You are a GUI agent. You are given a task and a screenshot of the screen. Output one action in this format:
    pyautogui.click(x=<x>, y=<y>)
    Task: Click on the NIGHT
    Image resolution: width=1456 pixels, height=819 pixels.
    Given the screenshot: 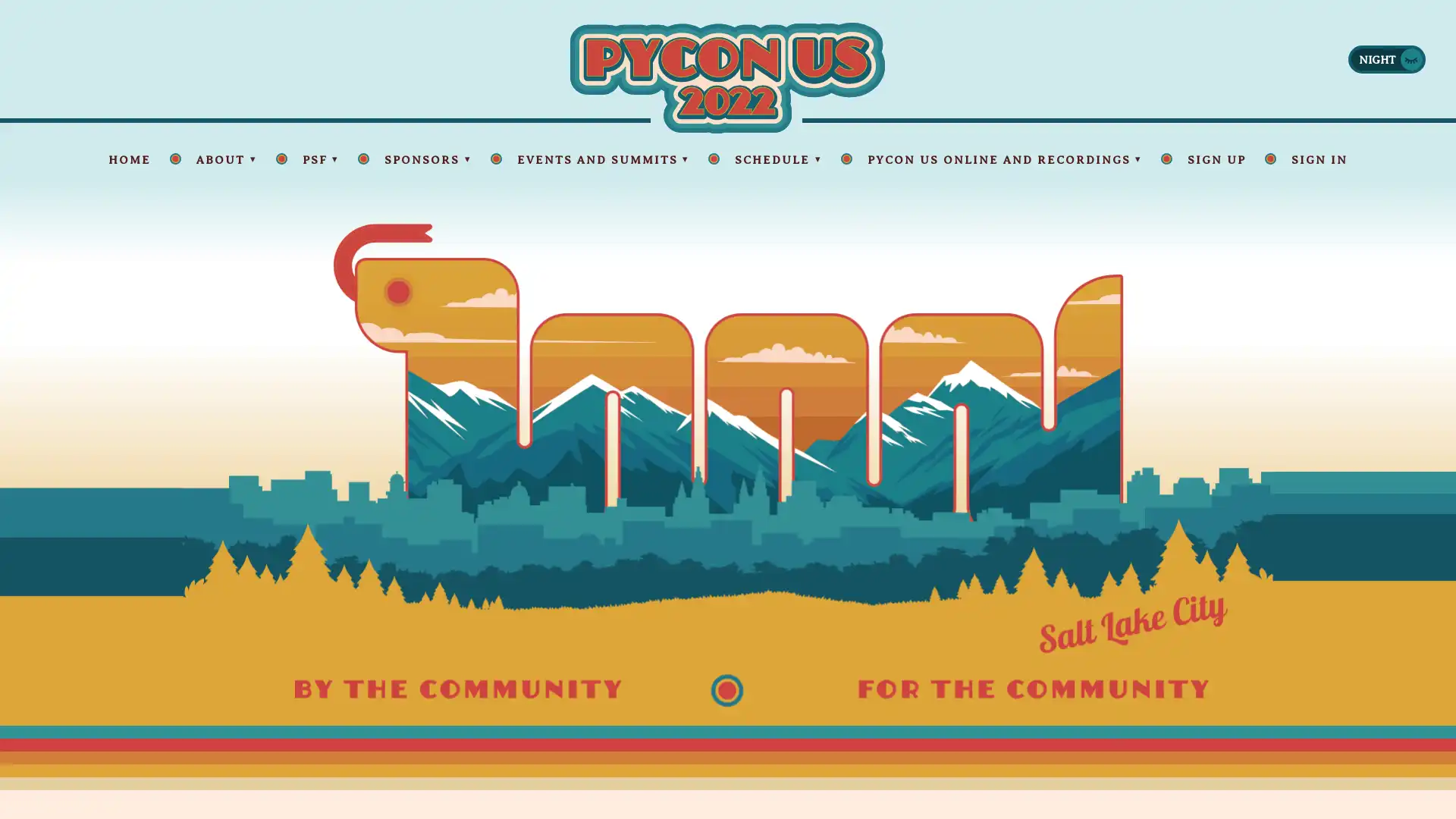 What is the action you would take?
    pyautogui.click(x=1386, y=58)
    